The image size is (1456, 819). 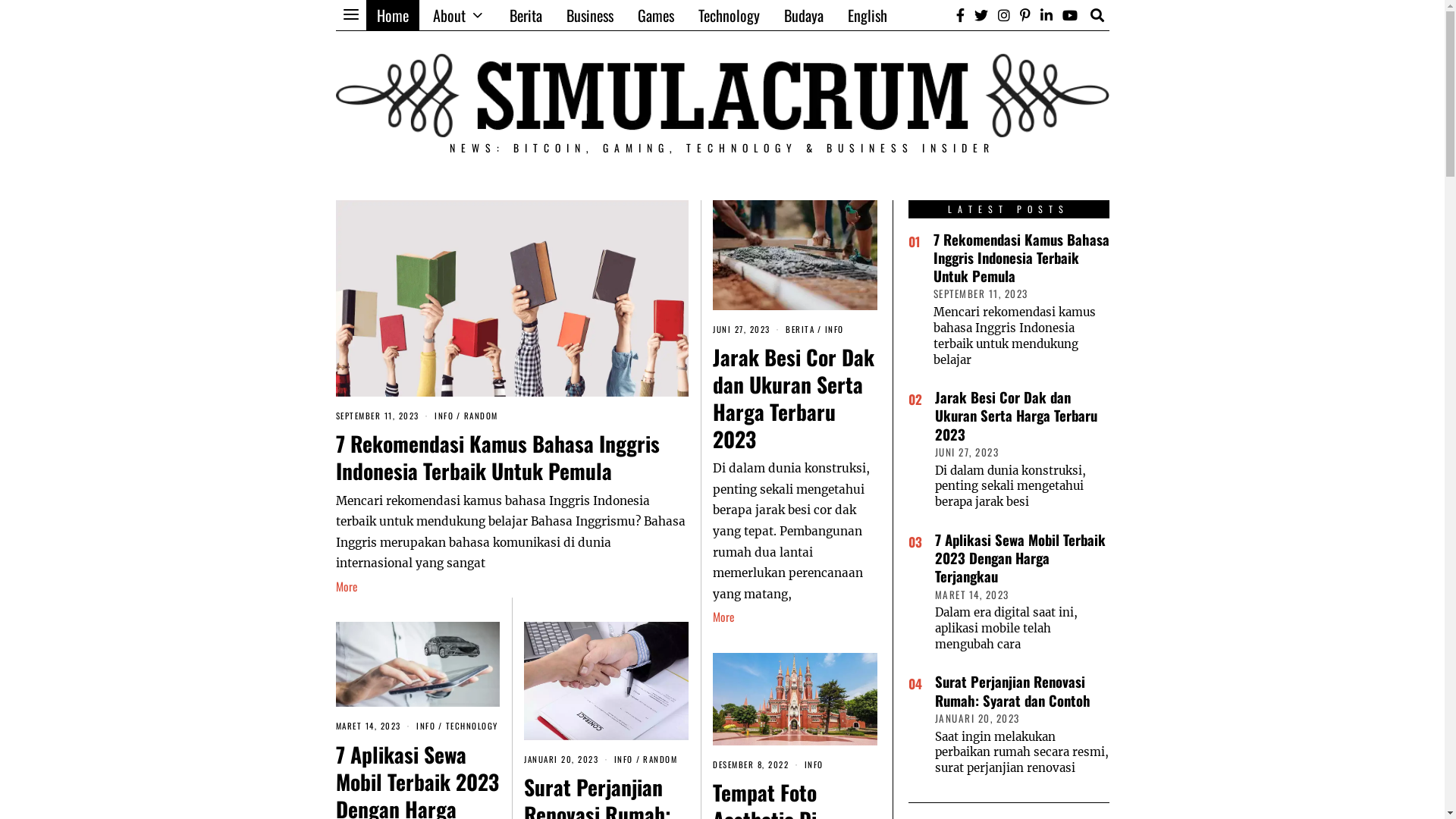 I want to click on 'Twitter', so click(x=971, y=14).